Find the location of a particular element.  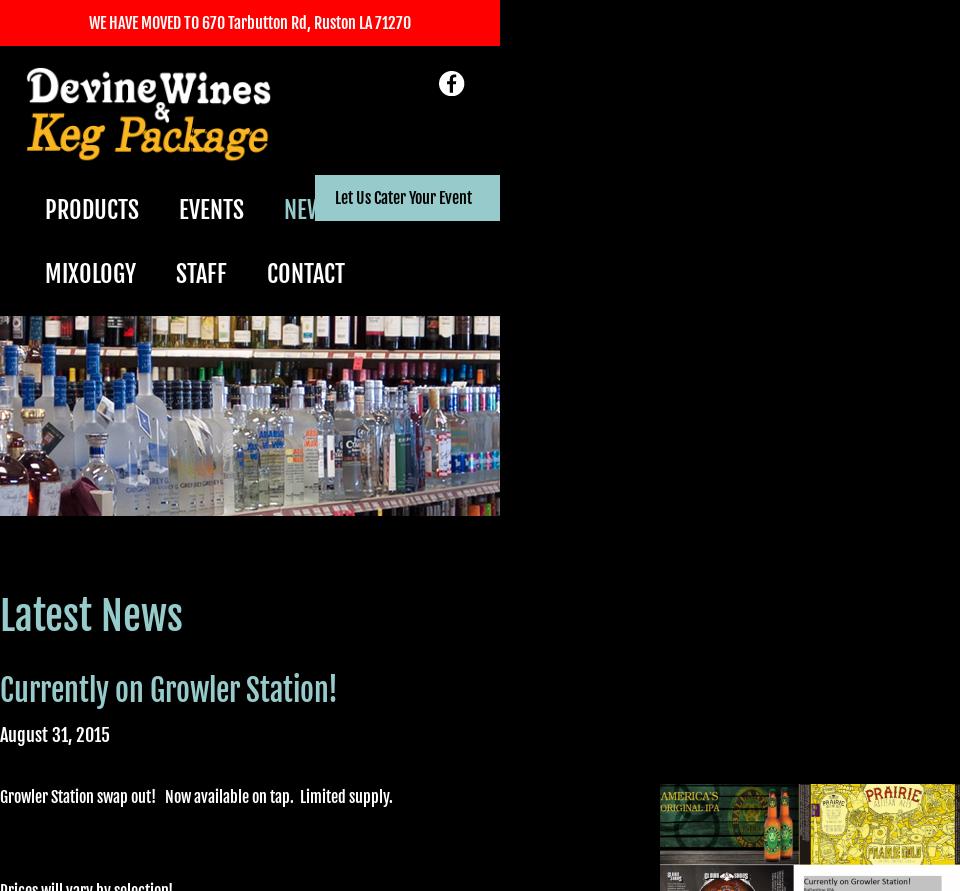

'Growler Station swap out!   Now available on tap.  Limited supply.' is located at coordinates (196, 796).